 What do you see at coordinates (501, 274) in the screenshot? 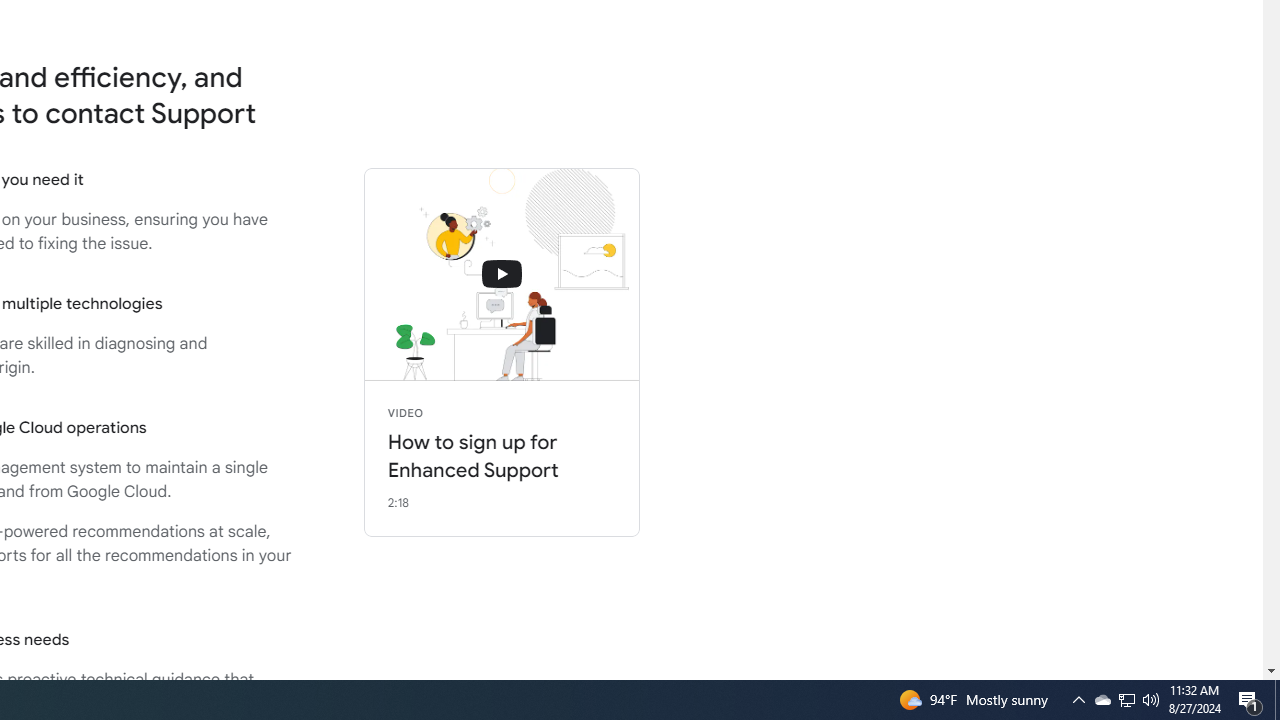
I see `'connecting with support'` at bounding box center [501, 274].